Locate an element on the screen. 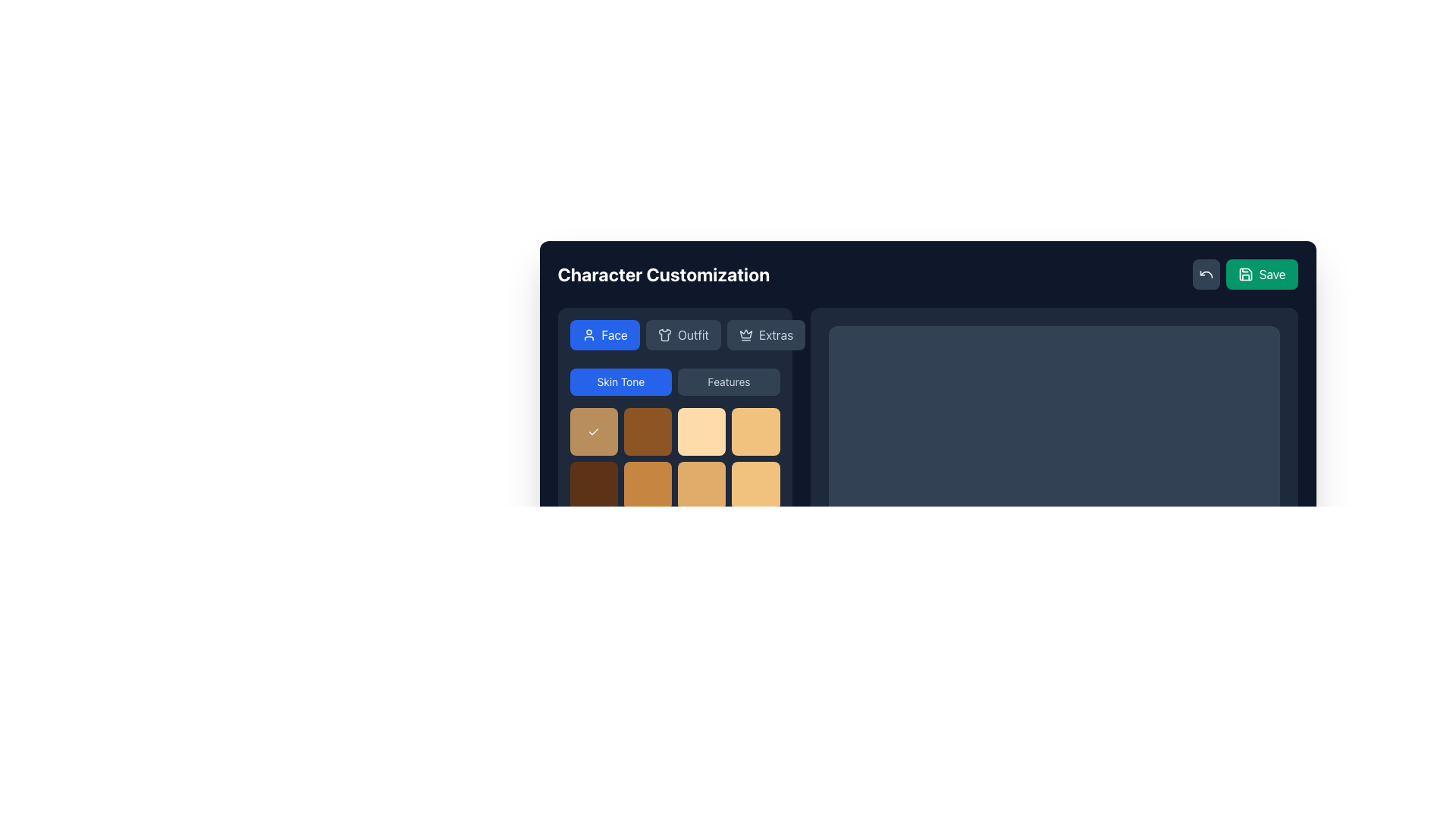  the 'Outfit' button located next to the 'Face' button and to the left of the 'Extras' button is located at coordinates (682, 334).